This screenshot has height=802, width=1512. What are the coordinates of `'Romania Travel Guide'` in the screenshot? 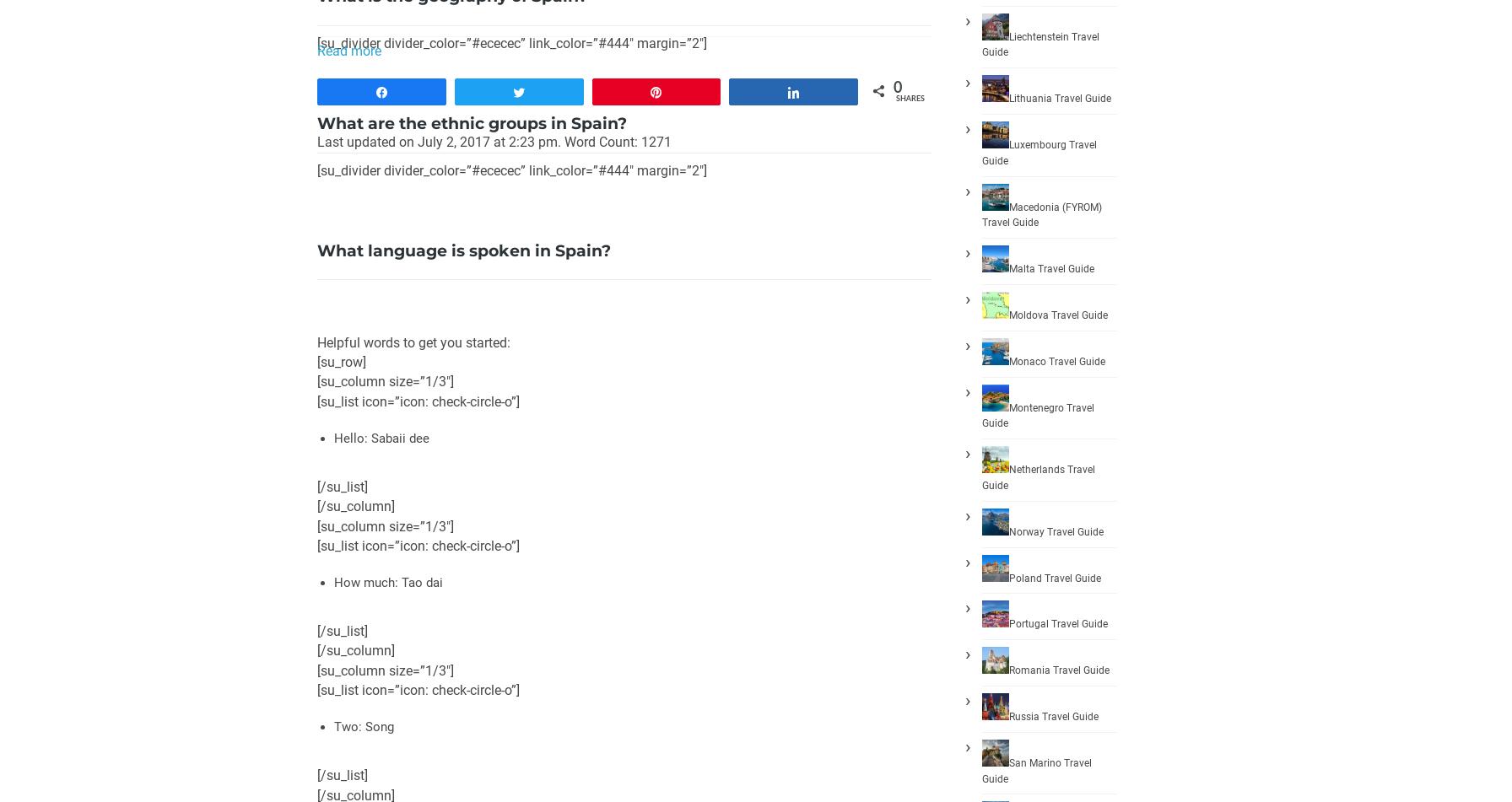 It's located at (1059, 669).